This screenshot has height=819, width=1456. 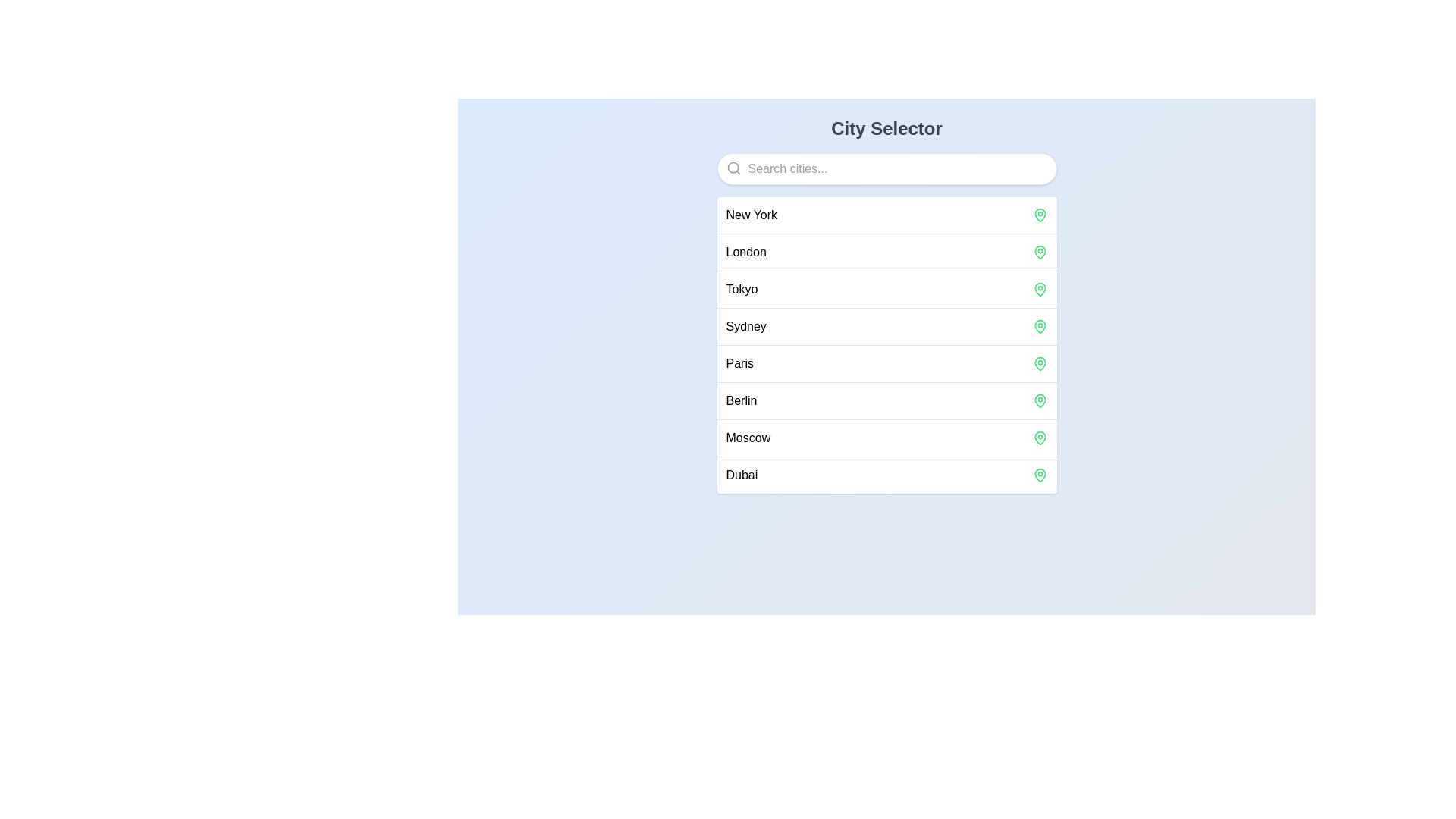 What do you see at coordinates (739, 363) in the screenshot?
I see `to select the text label displaying 'Paris', which is located in the fifth row of a vertically arranged list of city names` at bounding box center [739, 363].